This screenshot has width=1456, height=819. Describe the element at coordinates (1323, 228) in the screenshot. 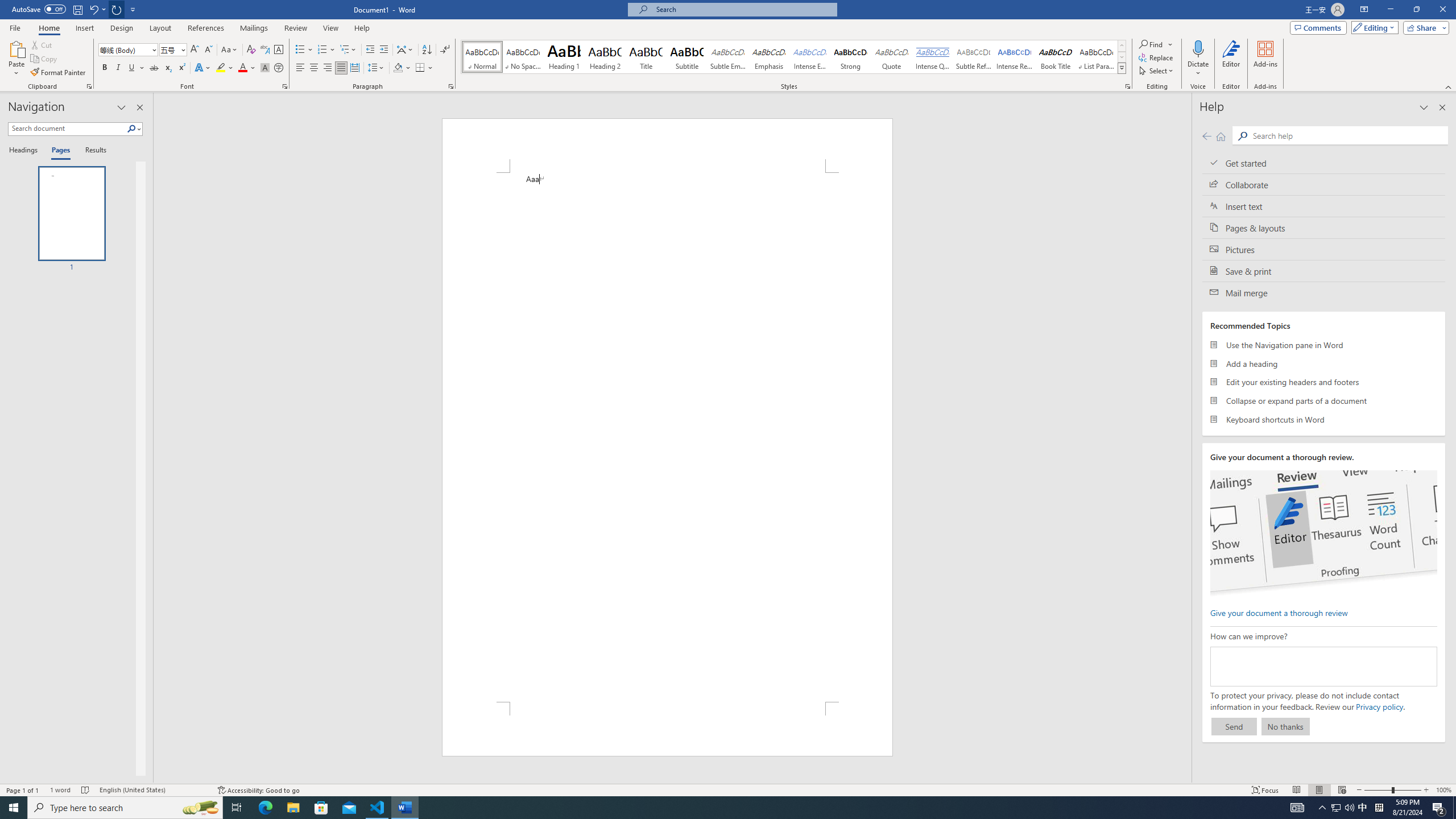

I see `'Pages & layouts'` at that location.